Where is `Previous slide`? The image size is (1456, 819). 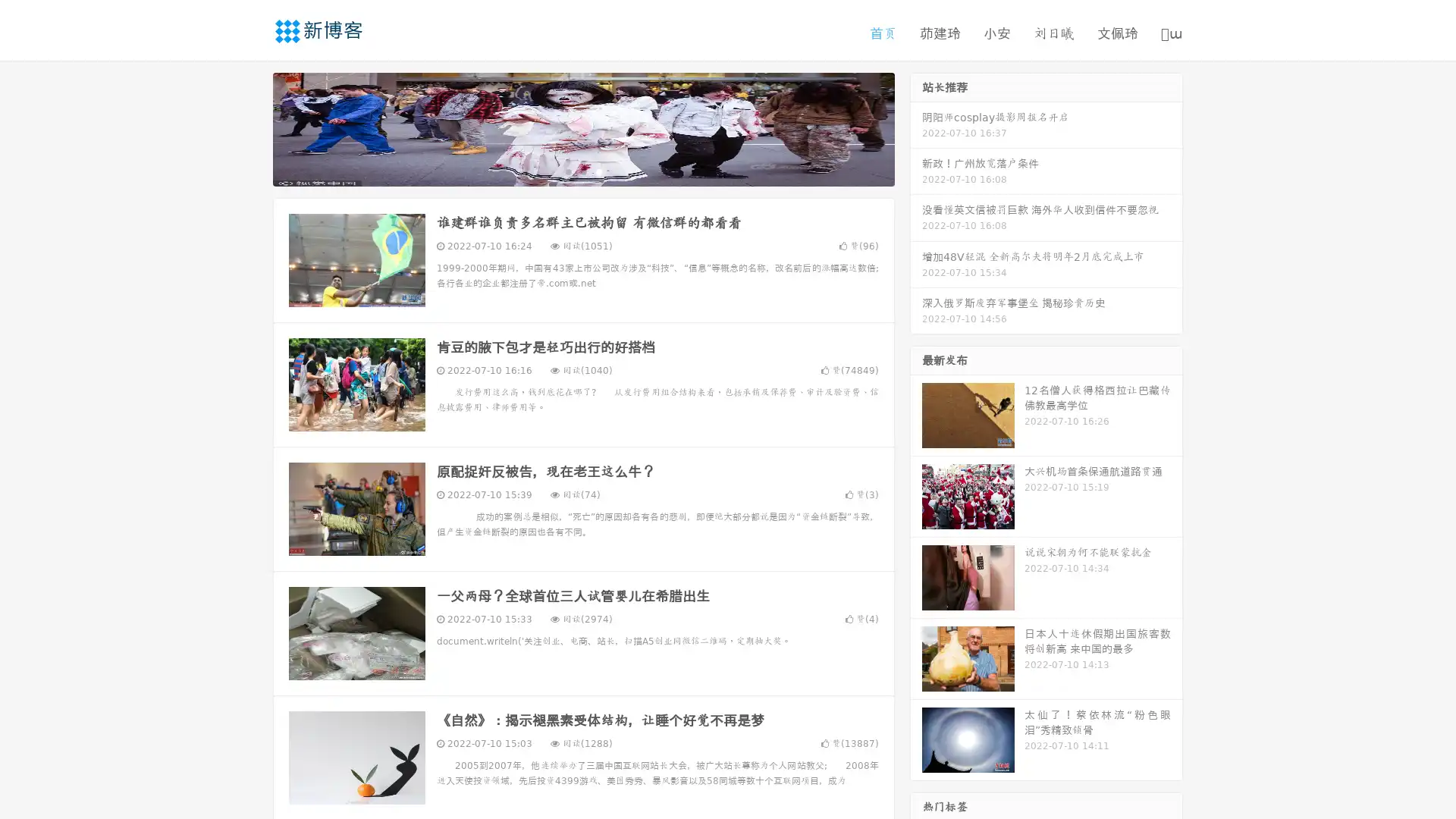 Previous slide is located at coordinates (250, 127).